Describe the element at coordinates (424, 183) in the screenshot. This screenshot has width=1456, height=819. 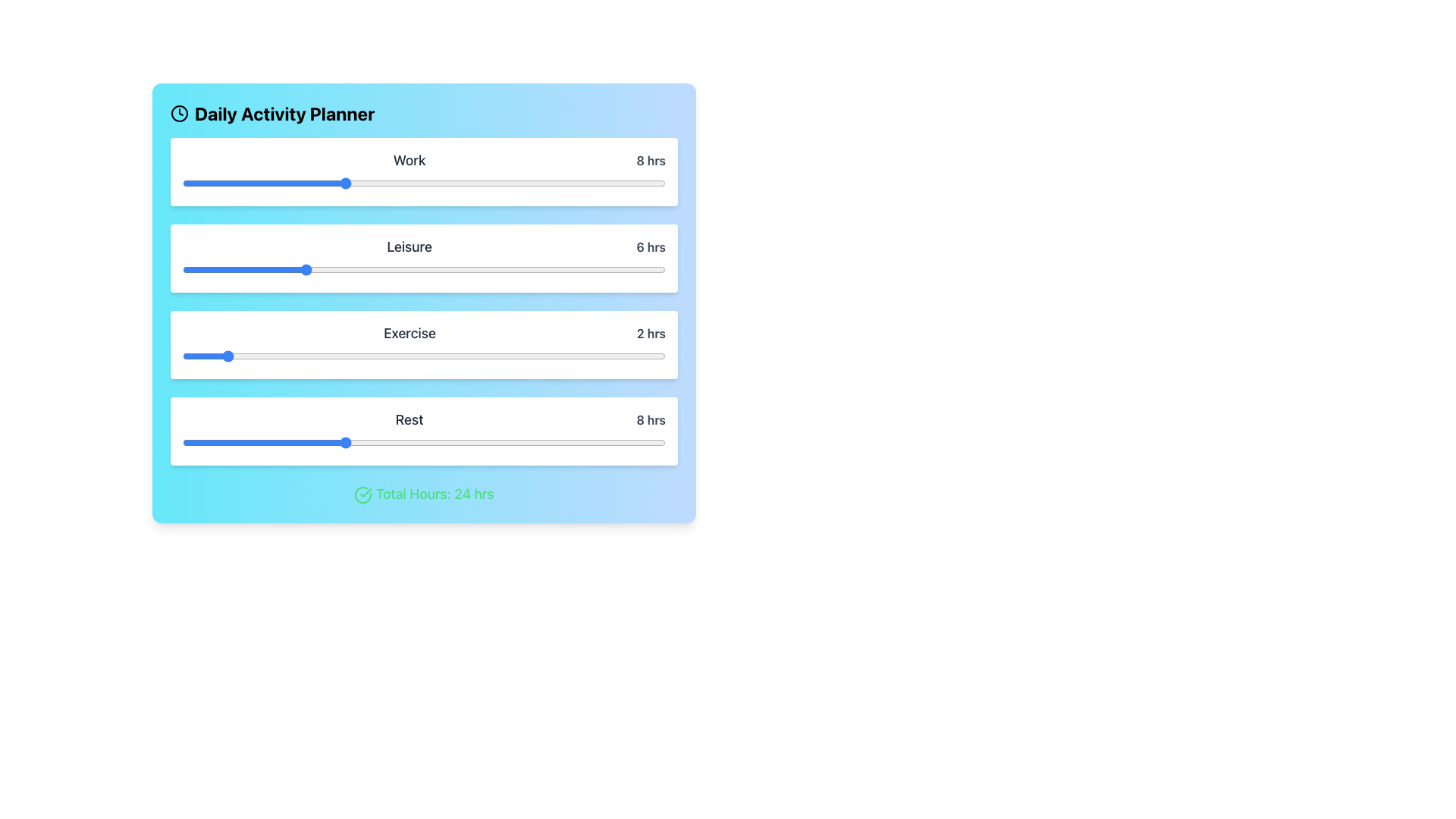
I see `work hours` at that location.